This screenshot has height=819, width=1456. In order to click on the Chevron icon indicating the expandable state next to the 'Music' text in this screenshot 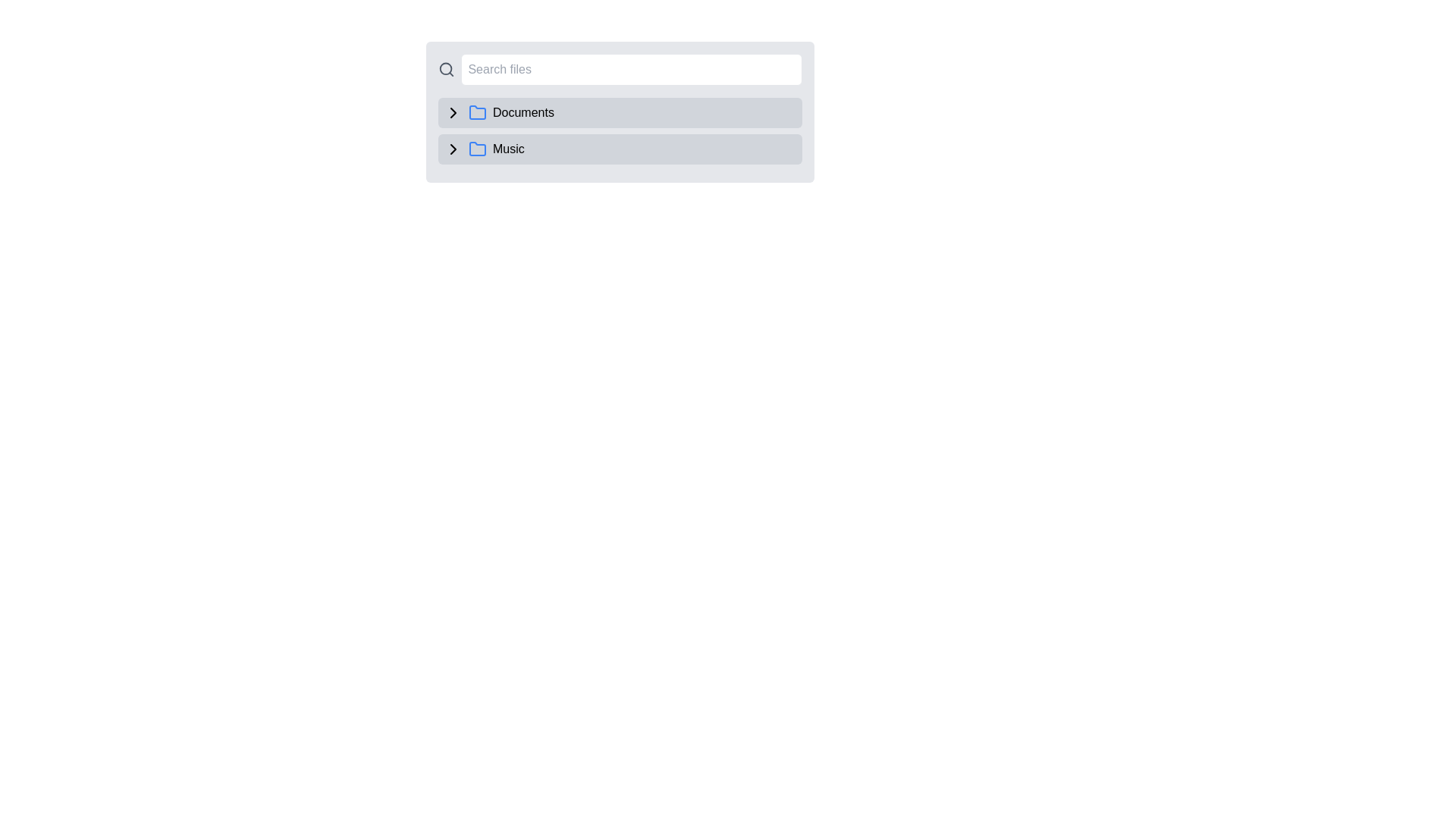, I will do `click(453, 149)`.